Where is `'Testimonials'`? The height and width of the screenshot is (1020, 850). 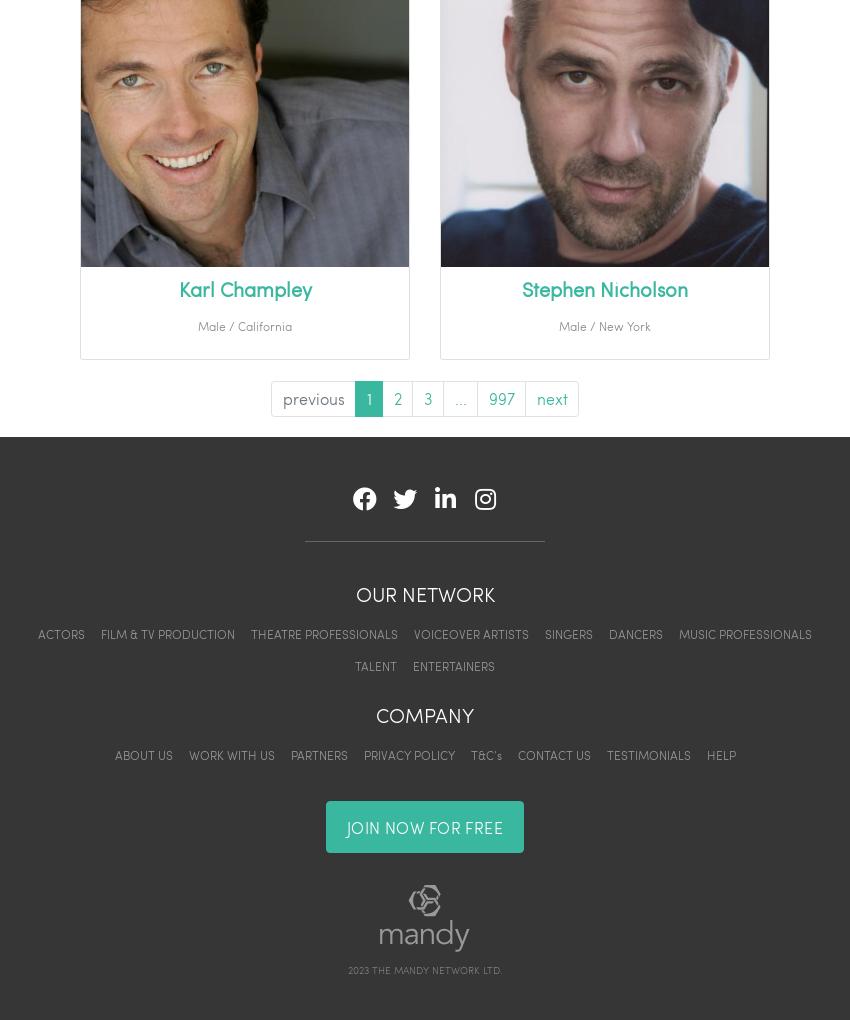 'Testimonials' is located at coordinates (648, 755).